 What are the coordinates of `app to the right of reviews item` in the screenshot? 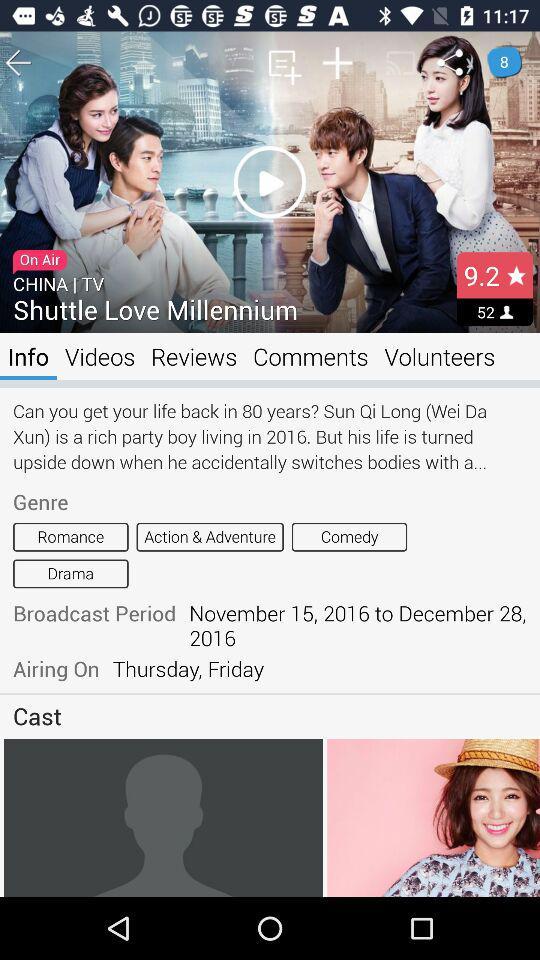 It's located at (310, 356).